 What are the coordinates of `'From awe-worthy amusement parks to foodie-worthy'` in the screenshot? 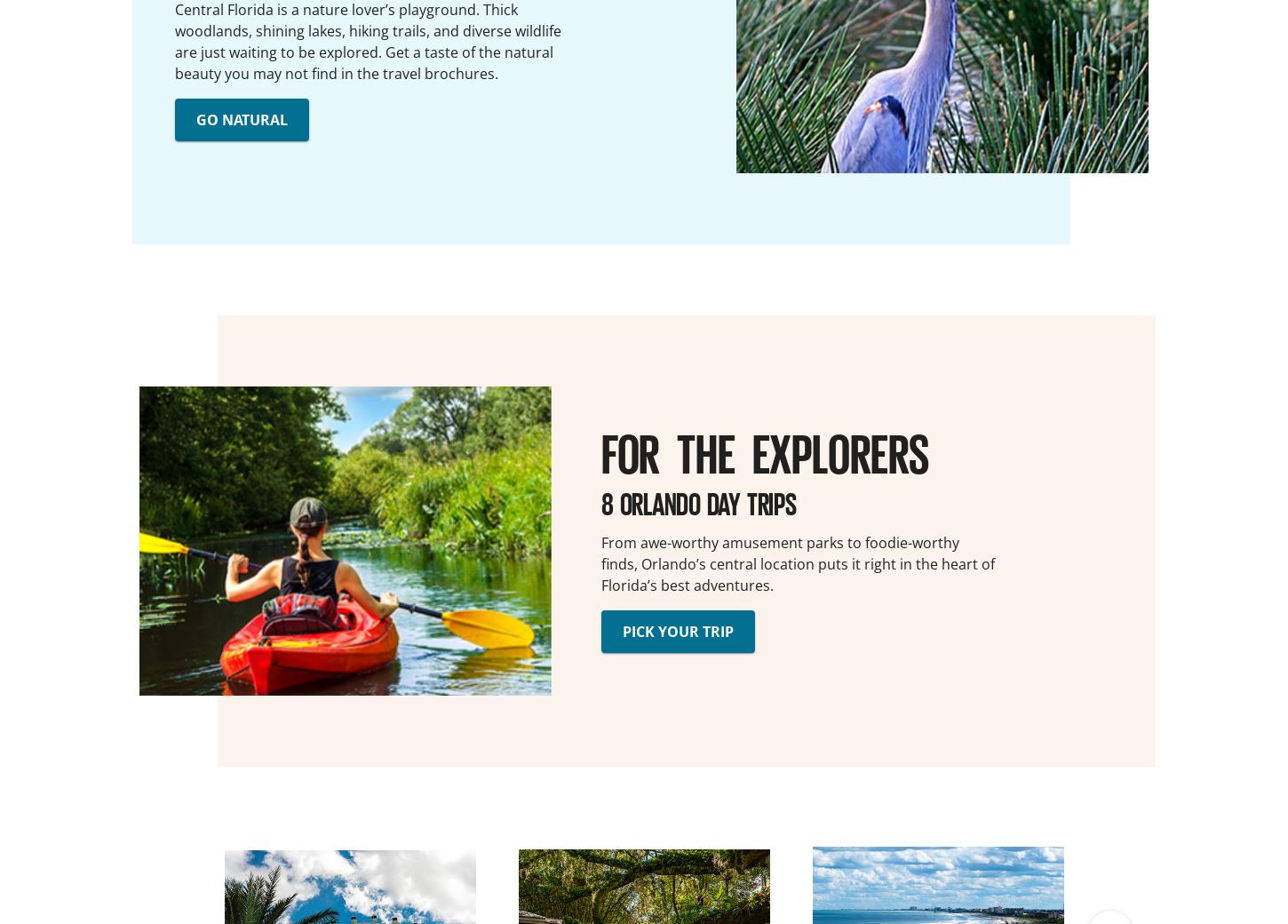 It's located at (779, 540).